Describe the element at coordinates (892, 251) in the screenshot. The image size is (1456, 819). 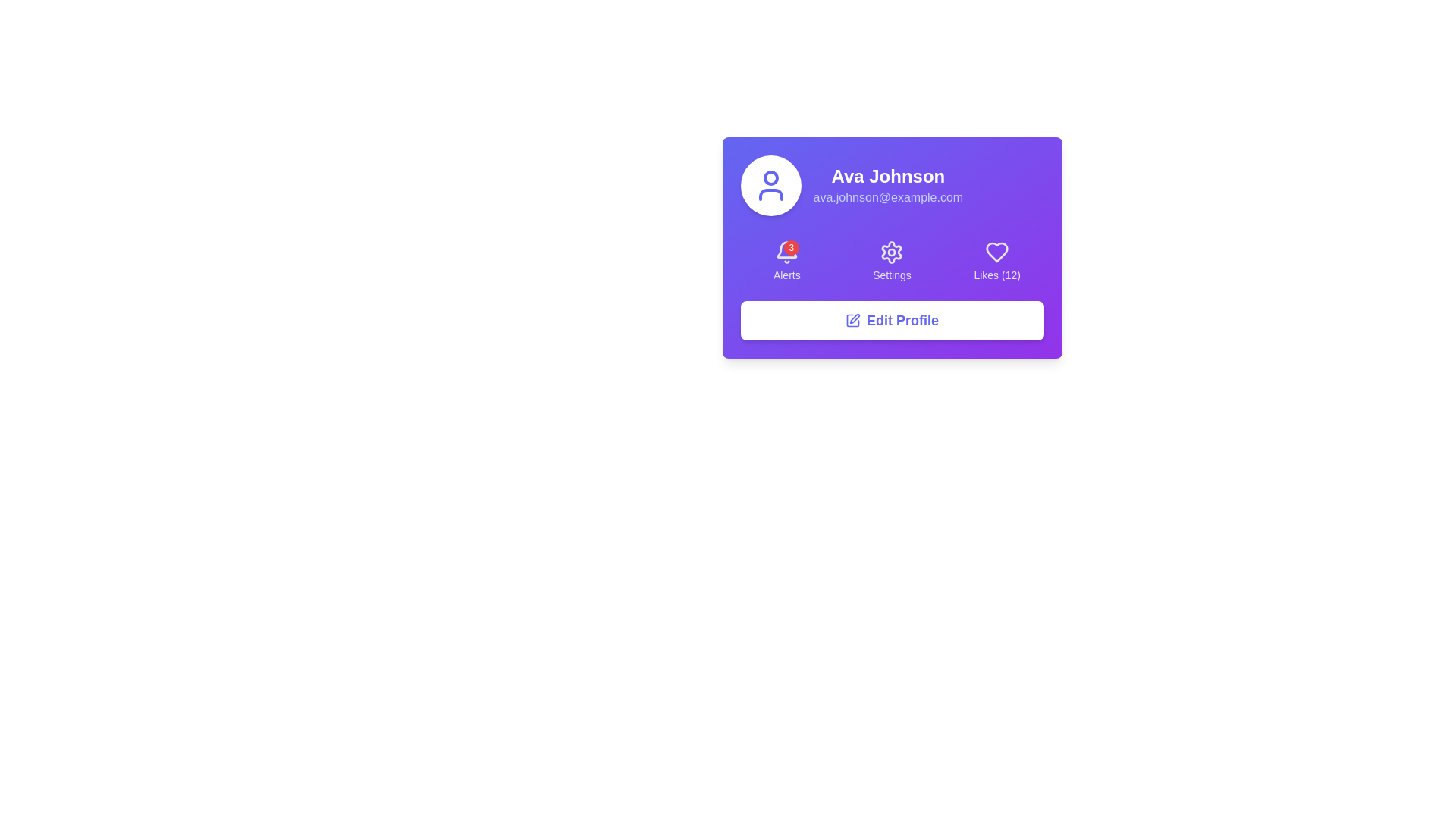
I see `the Gear icon, which is the spiky part of the settings icon located below the user's name and email` at that location.